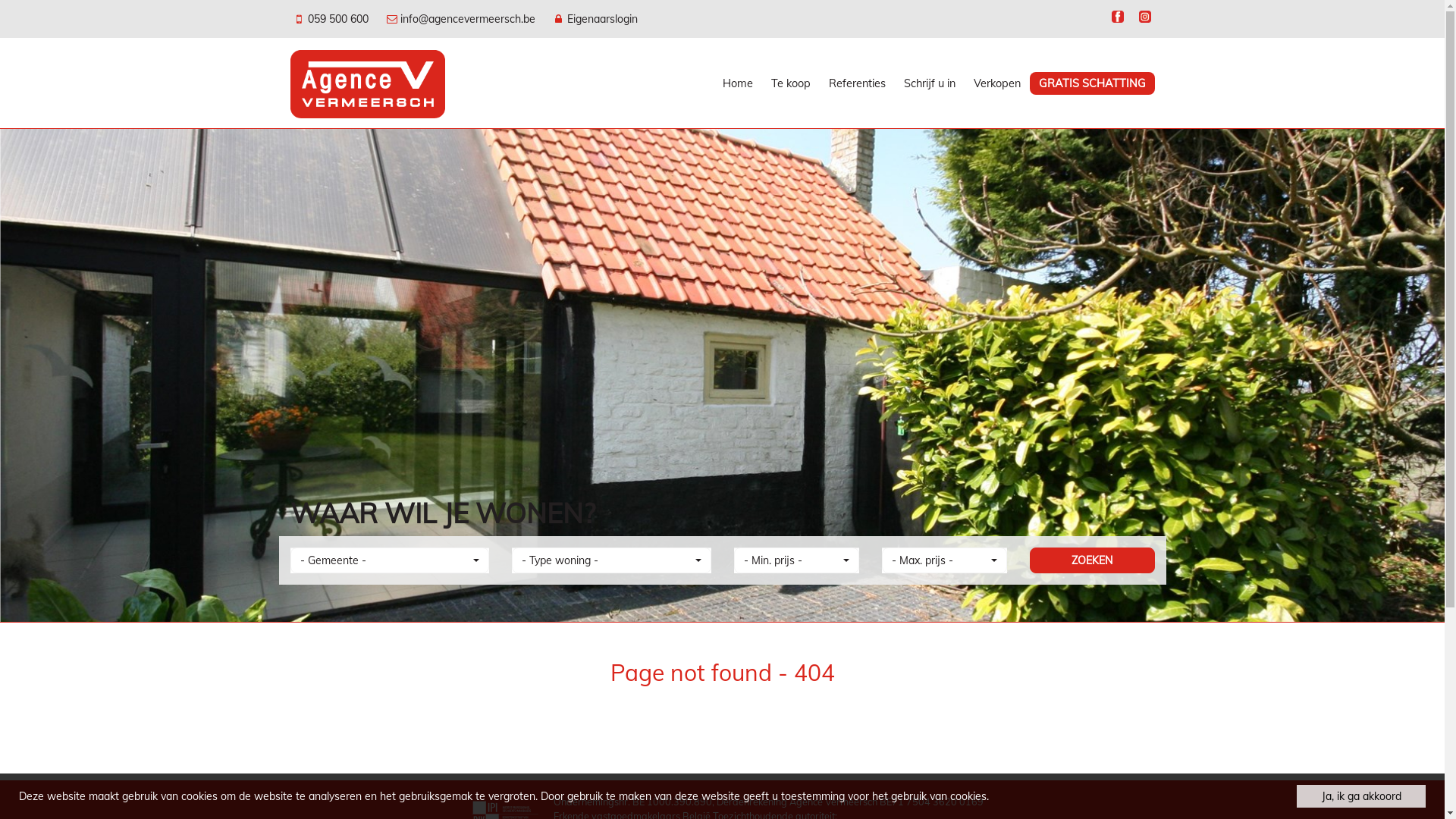 This screenshot has height=819, width=1456. Describe the element at coordinates (1134, 18) in the screenshot. I see `'Instagram'` at that location.